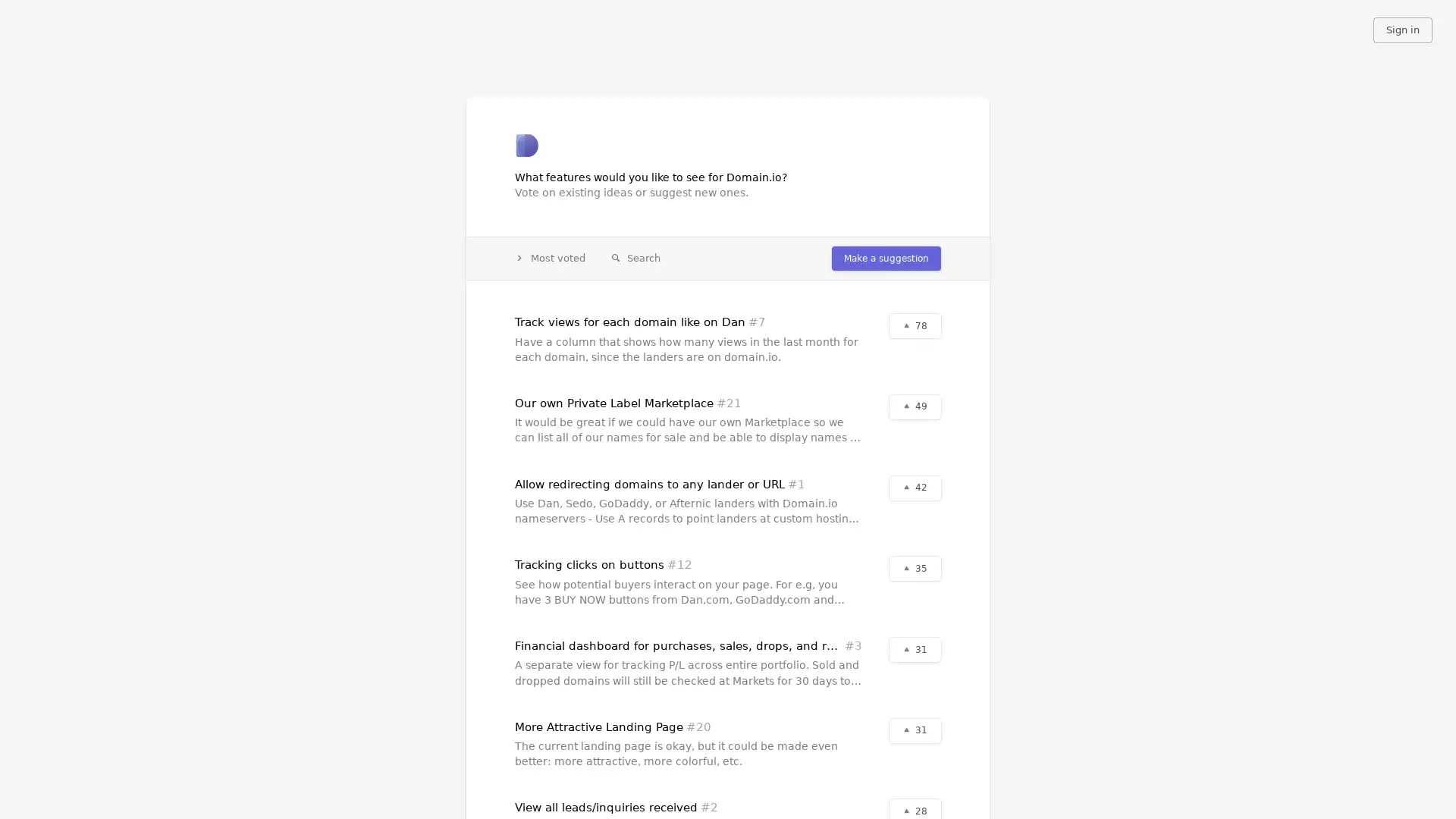 The height and width of the screenshot is (819, 1456). What do you see at coordinates (914, 648) in the screenshot?
I see `31` at bounding box center [914, 648].